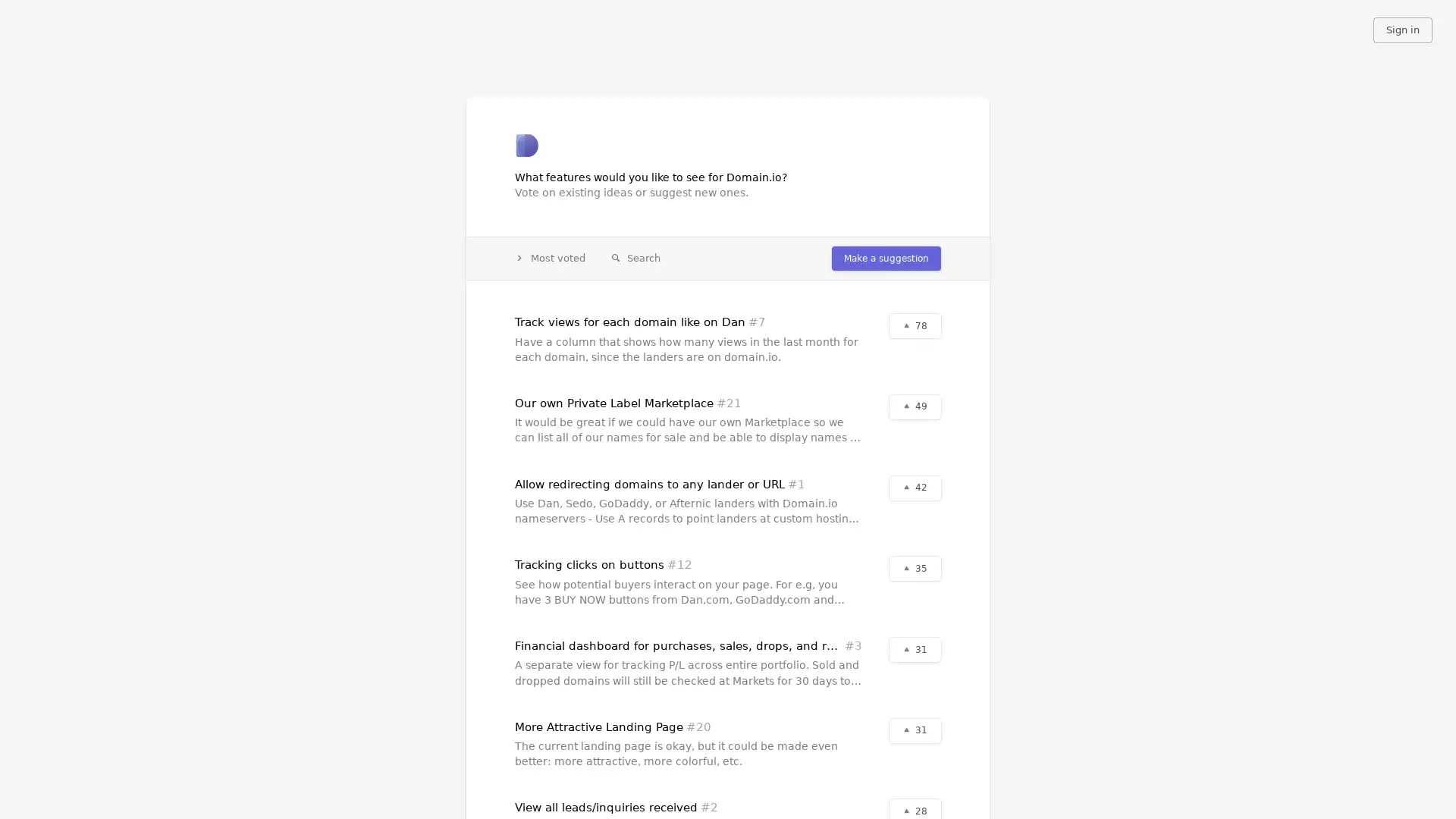 The height and width of the screenshot is (819, 1456). What do you see at coordinates (914, 648) in the screenshot?
I see `31` at bounding box center [914, 648].